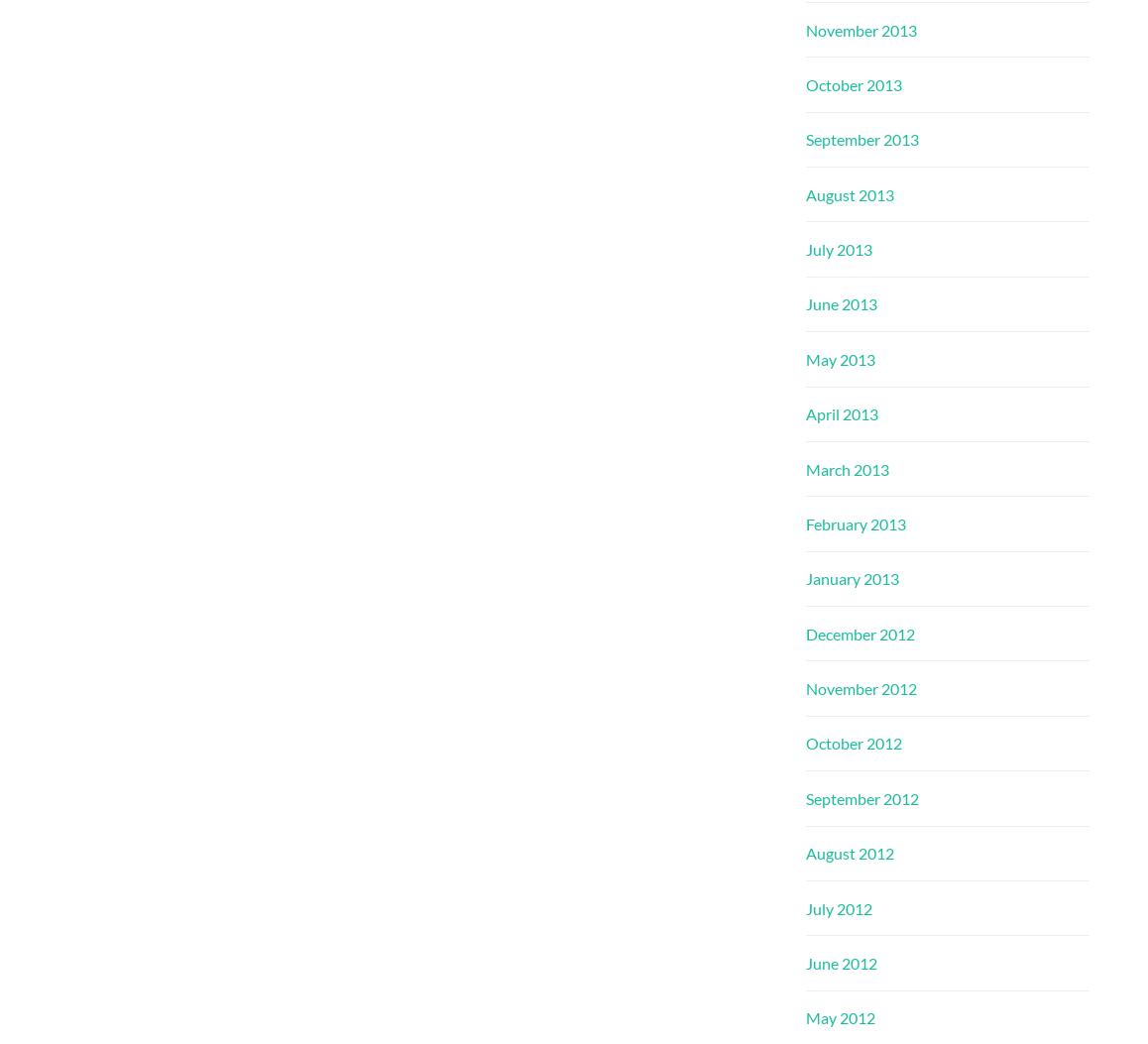 This screenshot has height=1044, width=1148. What do you see at coordinates (805, 578) in the screenshot?
I see `'January 2013'` at bounding box center [805, 578].